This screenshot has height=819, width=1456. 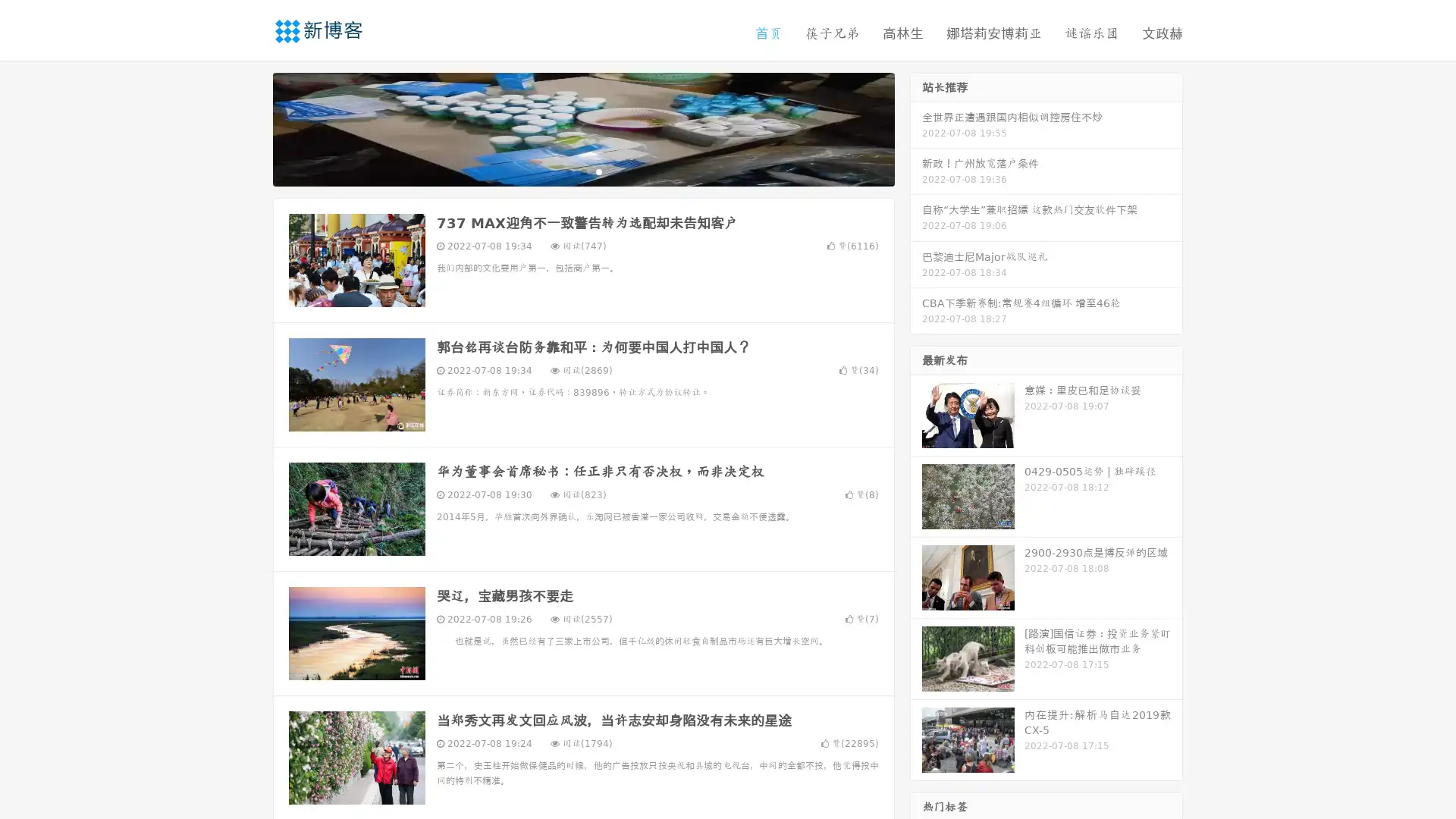 I want to click on Next slide, so click(x=916, y=127).